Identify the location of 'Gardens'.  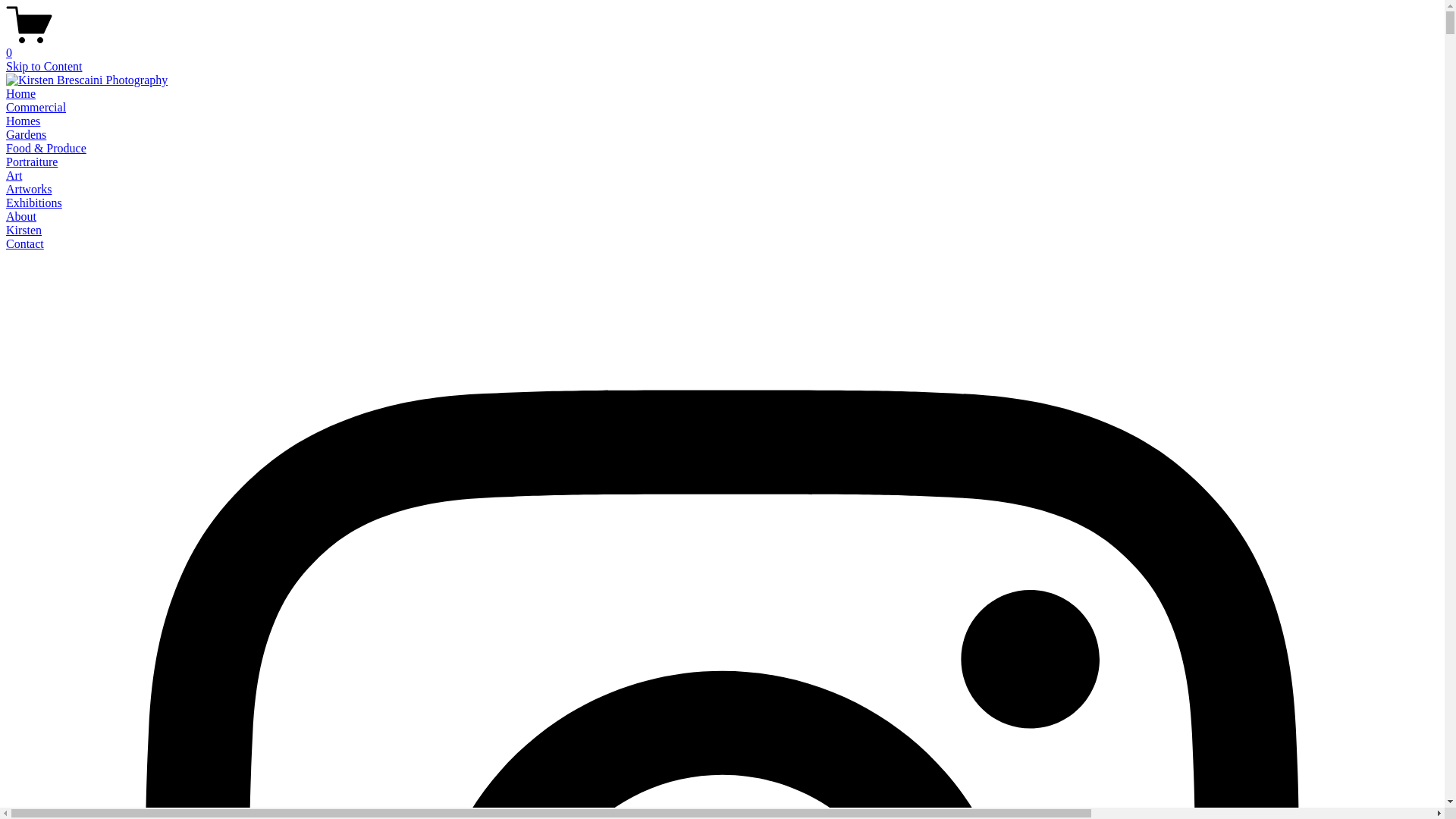
(26, 133).